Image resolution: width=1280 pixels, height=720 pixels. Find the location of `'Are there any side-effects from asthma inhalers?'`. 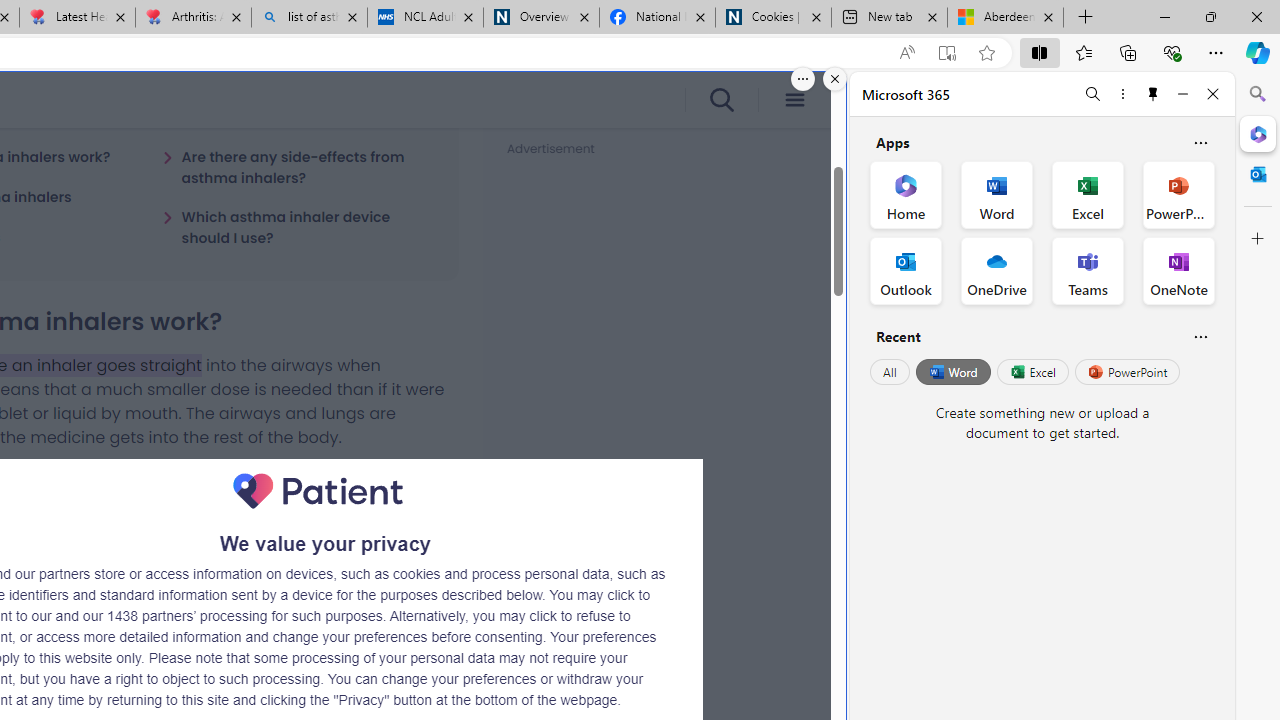

'Are there any side-effects from asthma inhalers?' is located at coordinates (297, 166).